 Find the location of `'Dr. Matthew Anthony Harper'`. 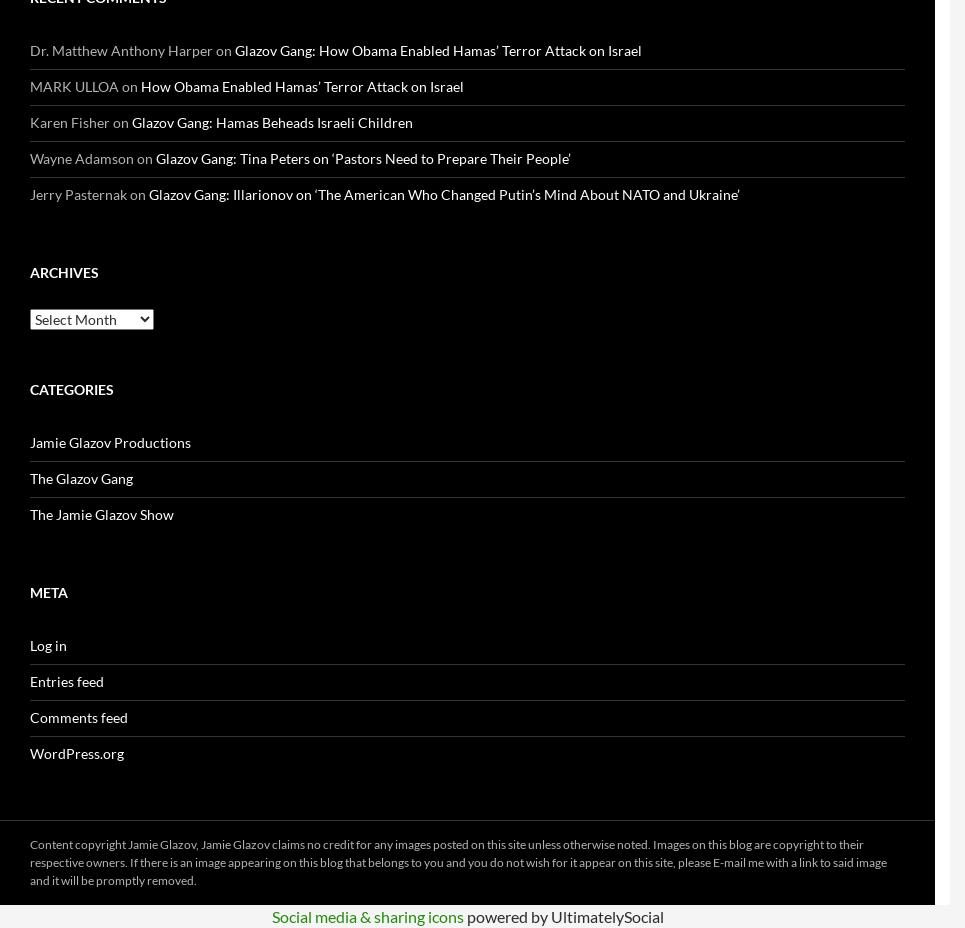

'Dr. Matthew Anthony Harper' is located at coordinates (121, 49).